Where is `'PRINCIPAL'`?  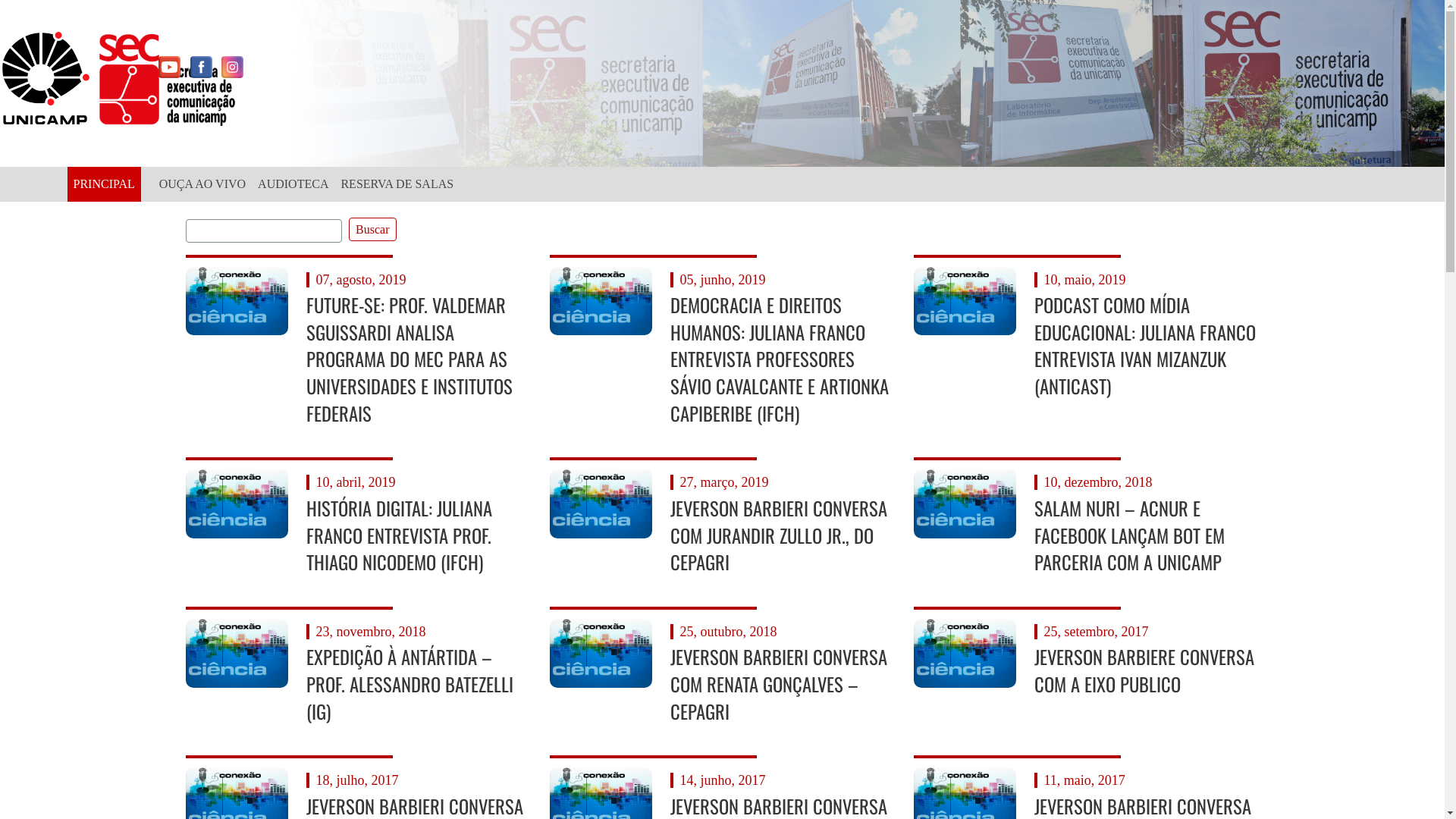
'PRINCIPAL' is located at coordinates (102, 184).